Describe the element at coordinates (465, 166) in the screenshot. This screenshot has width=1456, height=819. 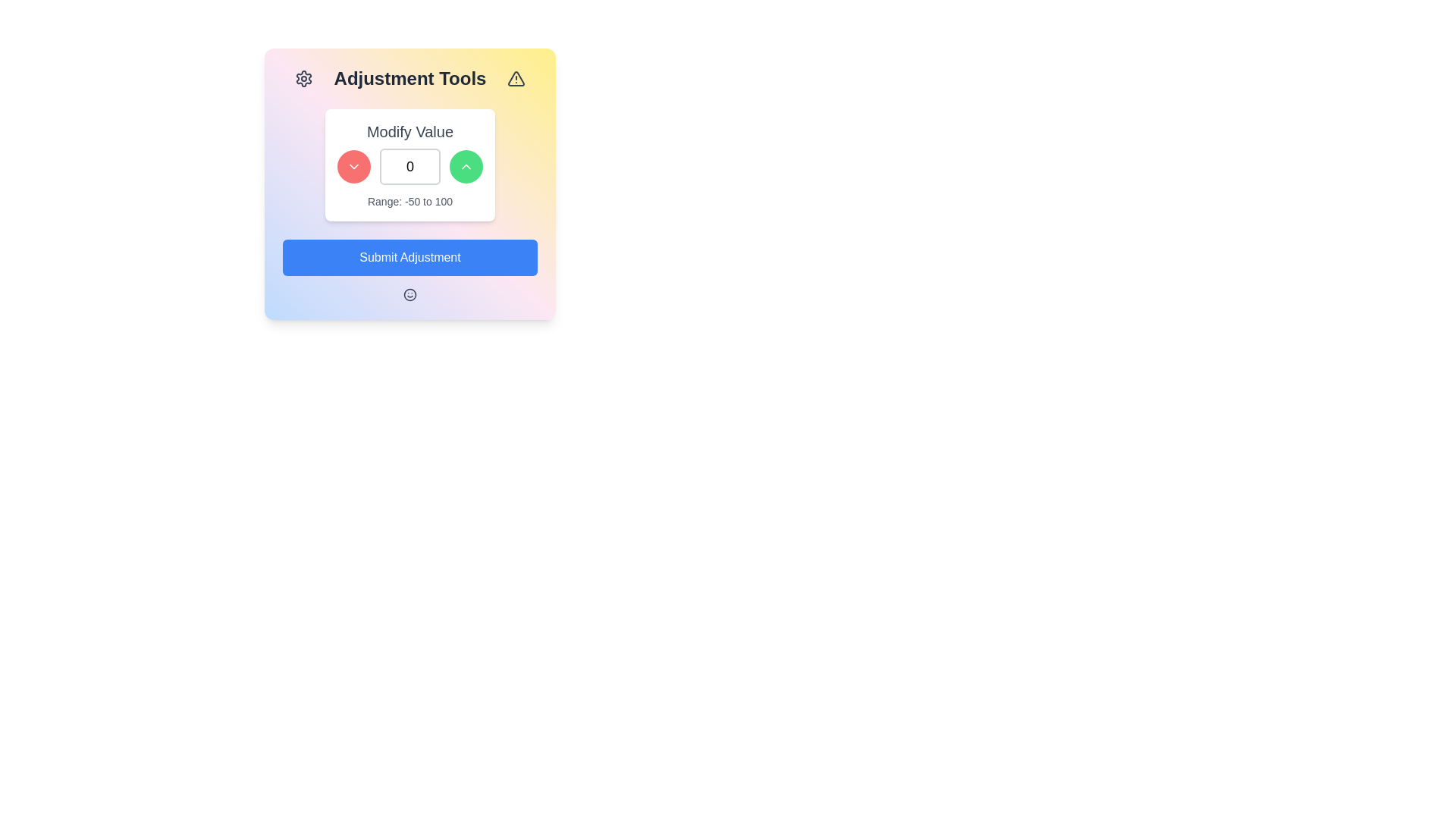
I see `the circular green button with a white upward arrow located at the top-right corner of the 'Modify Value' panel to change its appearance` at that location.